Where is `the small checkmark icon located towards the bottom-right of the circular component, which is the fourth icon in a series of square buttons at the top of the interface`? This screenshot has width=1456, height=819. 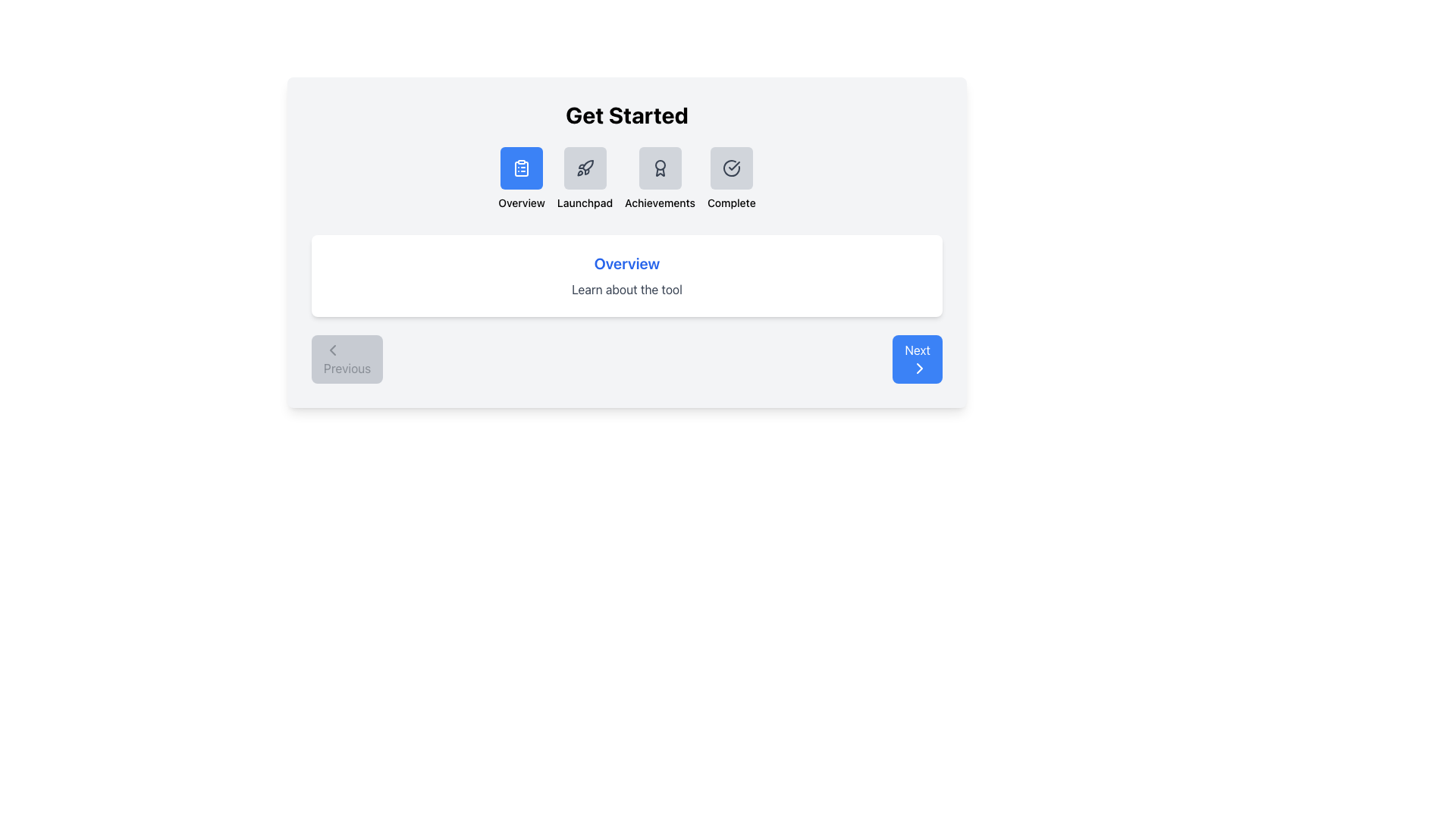
the small checkmark icon located towards the bottom-right of the circular component, which is the fourth icon in a series of square buttons at the top of the interface is located at coordinates (734, 166).